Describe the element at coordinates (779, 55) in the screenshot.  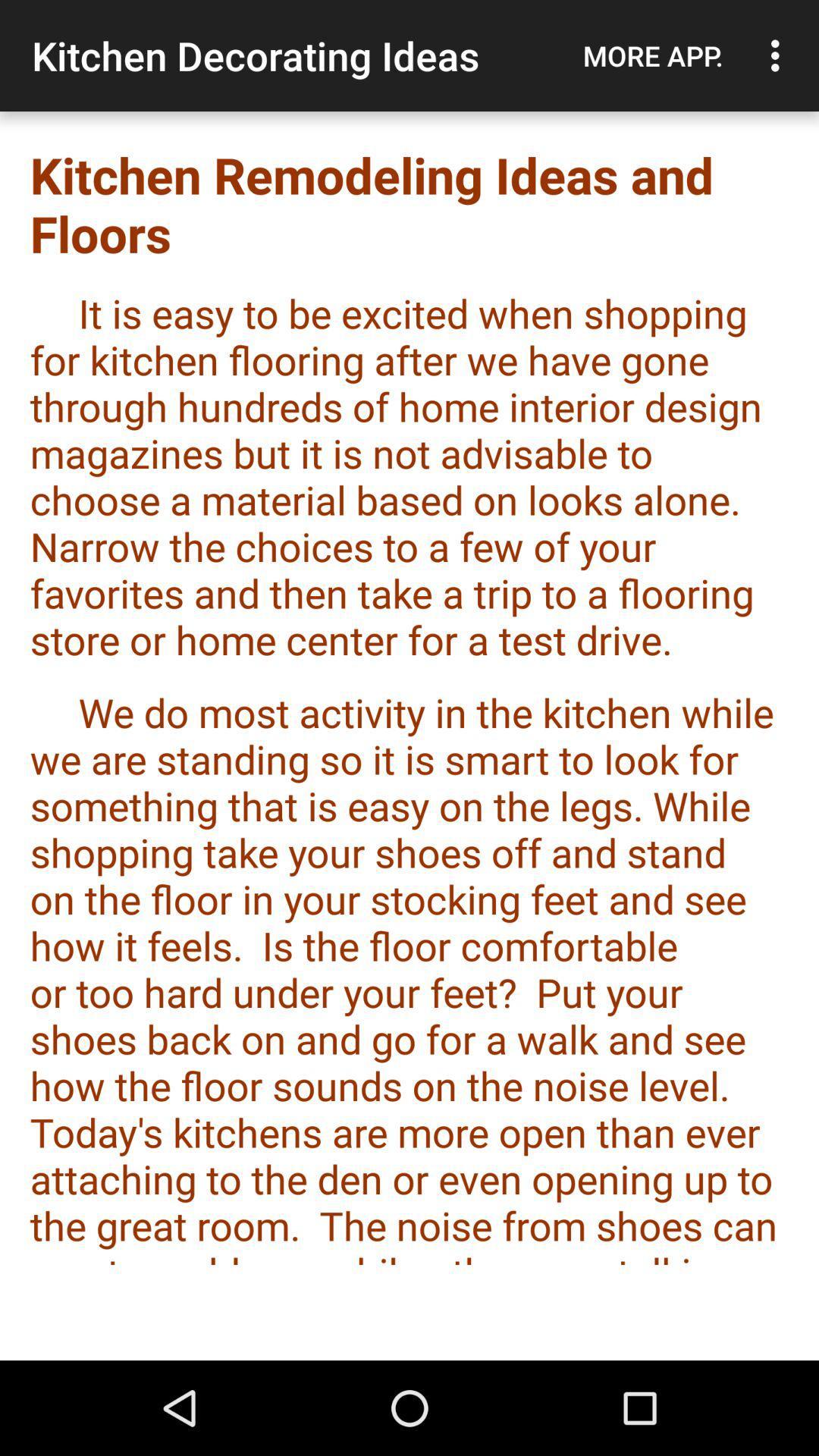
I see `item next to more app. icon` at that location.